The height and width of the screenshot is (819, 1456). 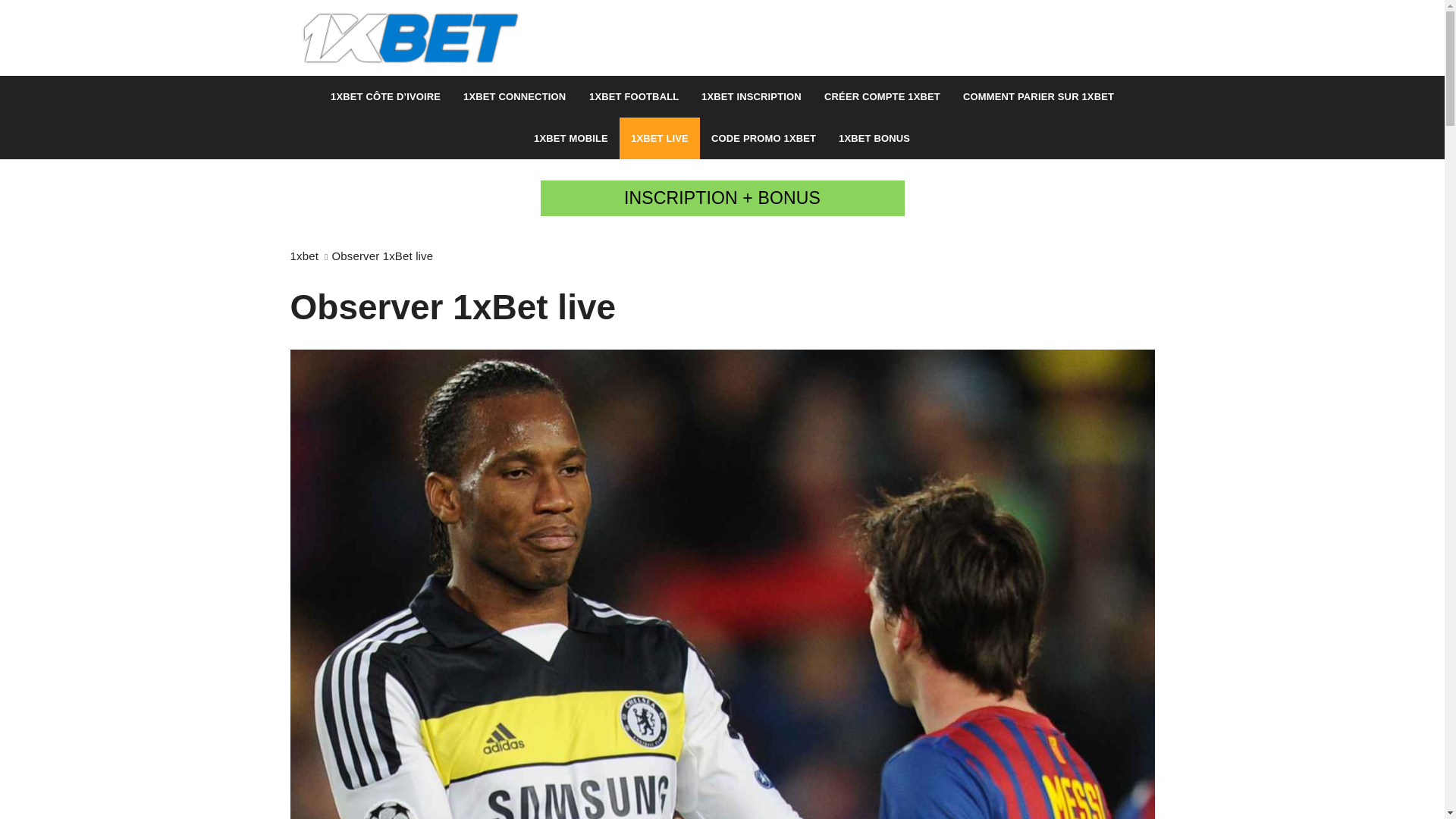 I want to click on '1XBET LIVE', so click(x=659, y=138).